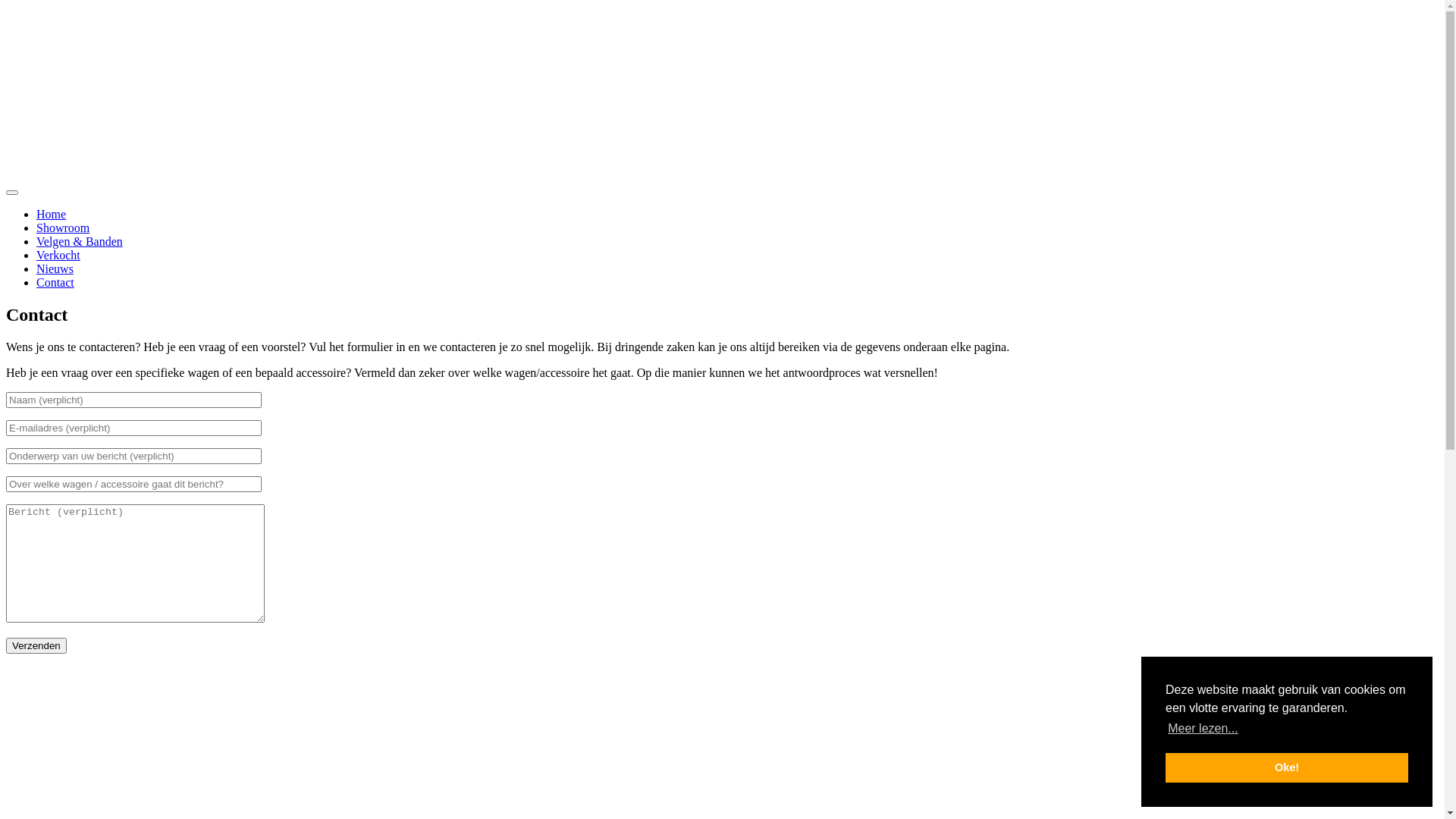 The height and width of the screenshot is (819, 1456). Describe the element at coordinates (1286, 767) in the screenshot. I see `'Oke!'` at that location.